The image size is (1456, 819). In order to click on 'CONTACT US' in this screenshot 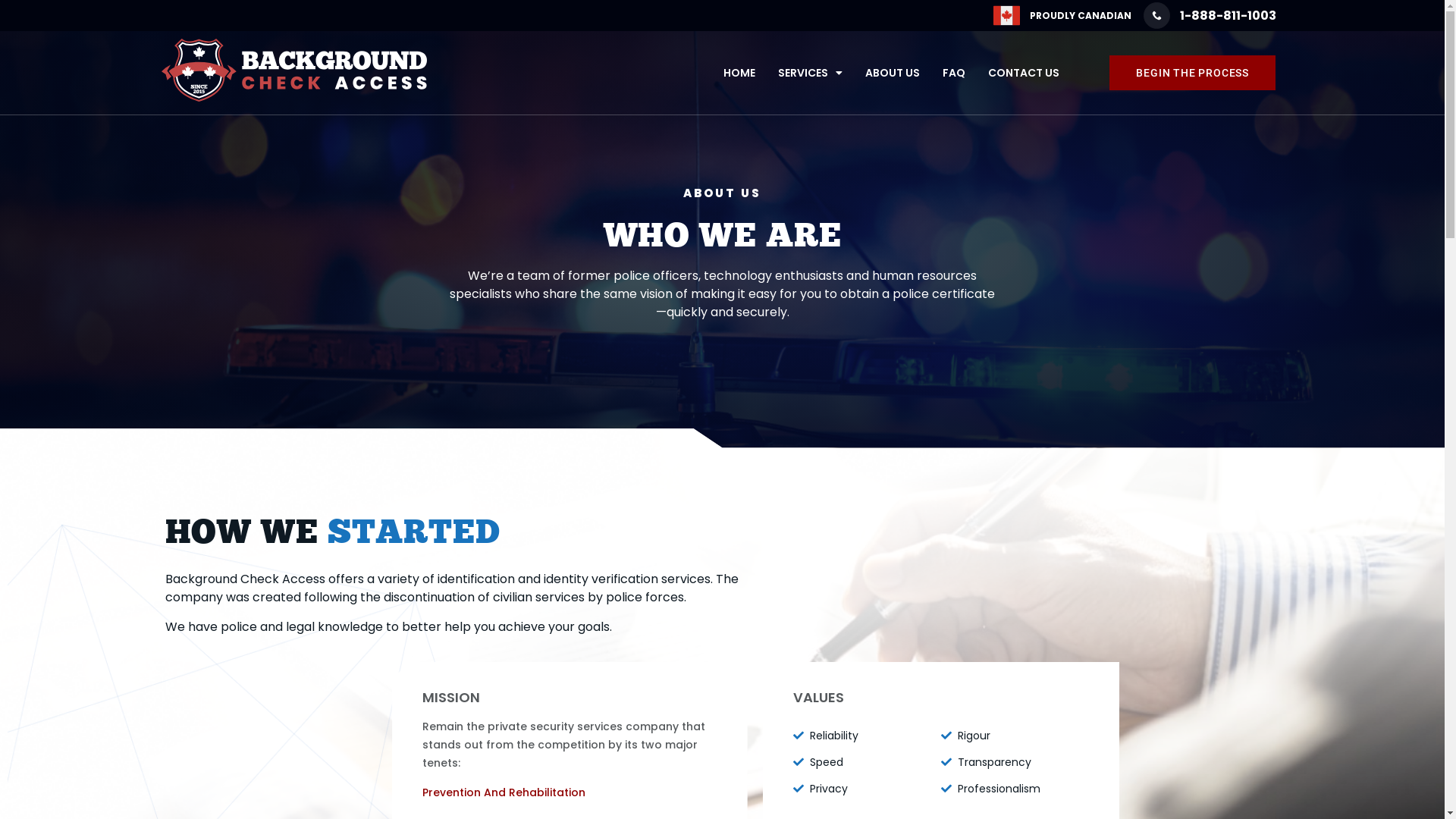, I will do `click(1023, 73)`.